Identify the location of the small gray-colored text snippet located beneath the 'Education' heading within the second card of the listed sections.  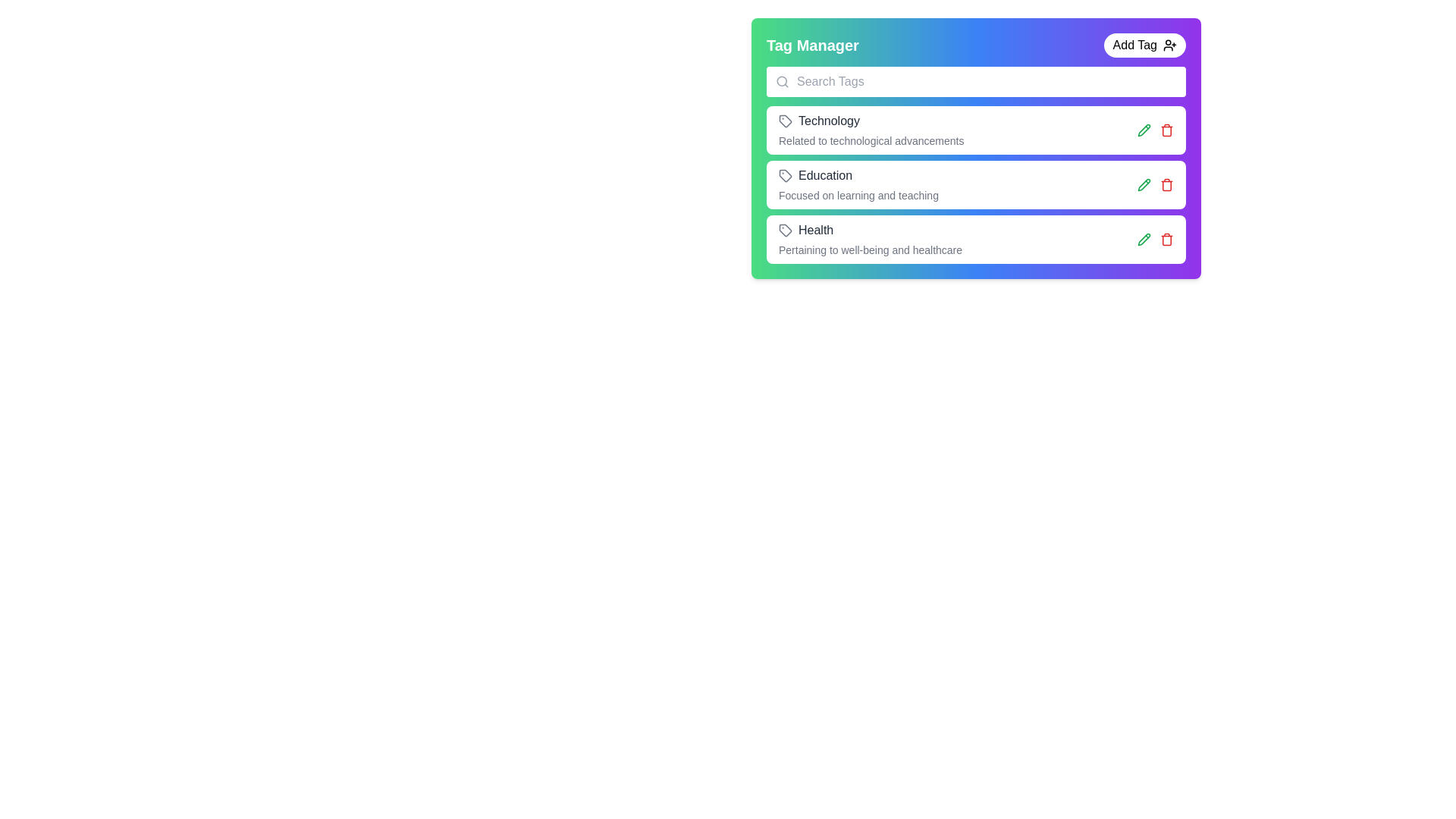
(858, 195).